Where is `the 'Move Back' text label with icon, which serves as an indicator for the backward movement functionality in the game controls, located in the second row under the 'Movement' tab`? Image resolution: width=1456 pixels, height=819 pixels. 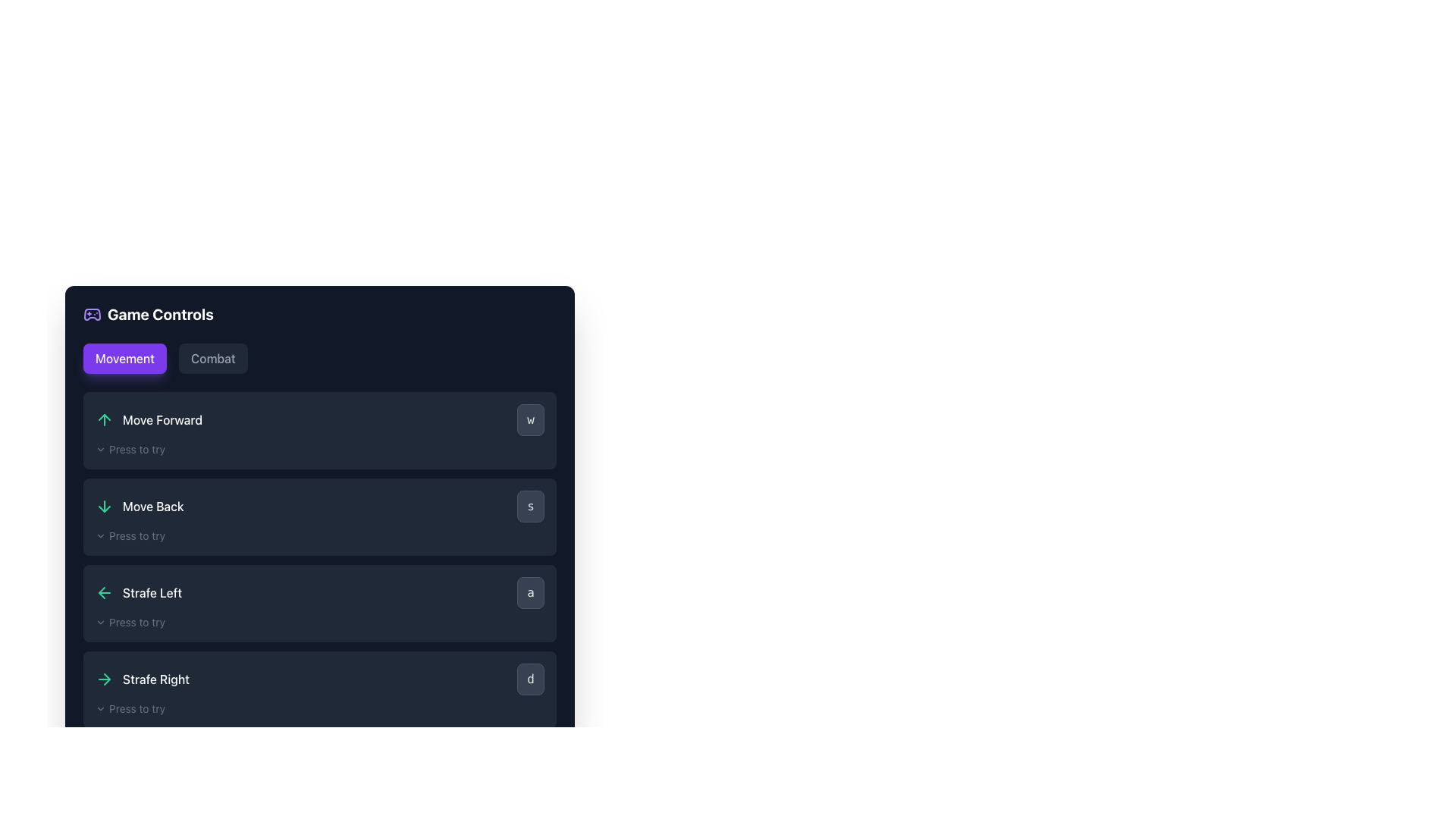
the 'Move Back' text label with icon, which serves as an indicator for the backward movement functionality in the game controls, located in the second row under the 'Movement' tab is located at coordinates (140, 506).